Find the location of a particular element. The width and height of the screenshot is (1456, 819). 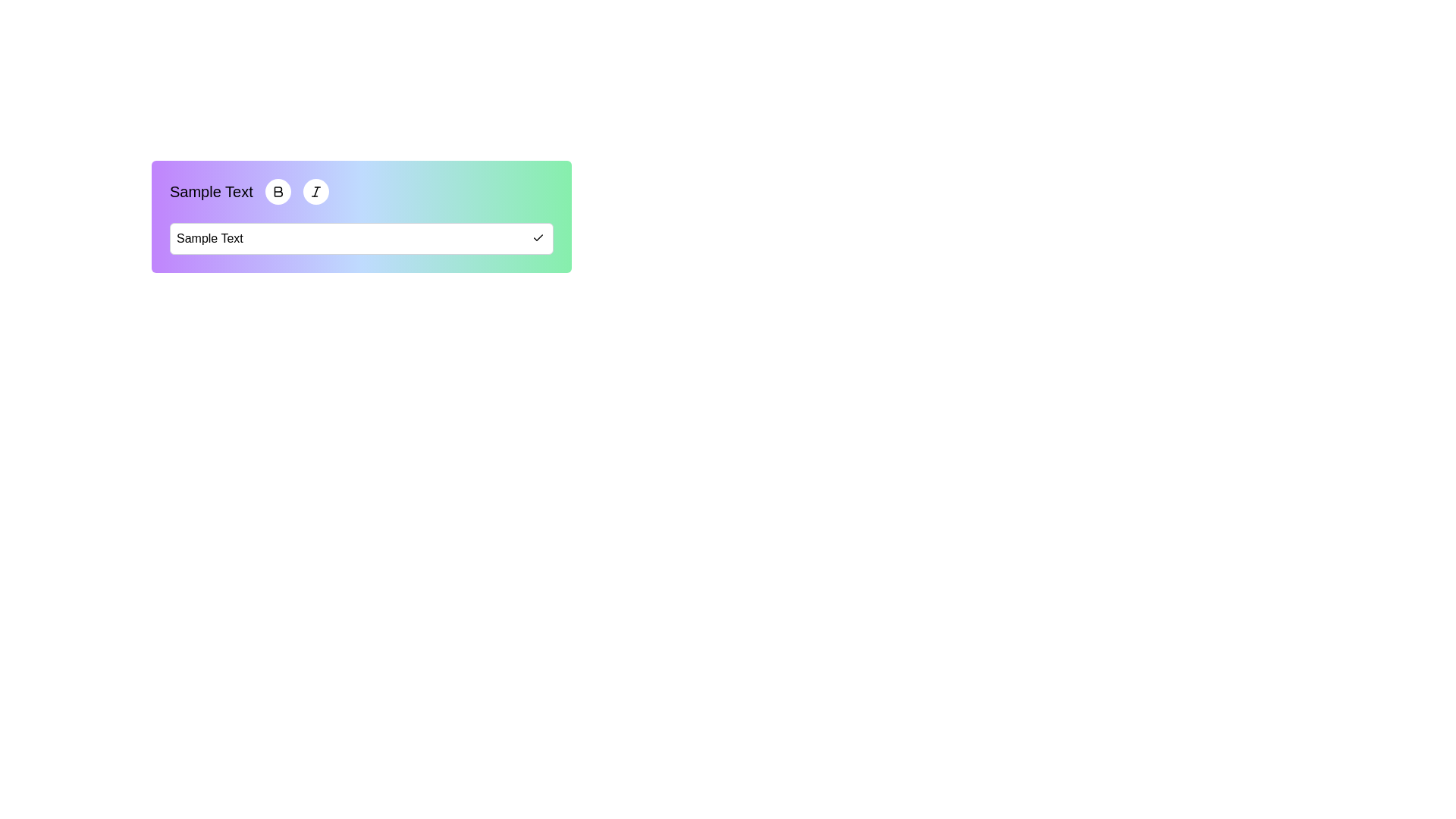

the bold formatting button, which is the second button in a sequence of formatting options is located at coordinates (278, 191).